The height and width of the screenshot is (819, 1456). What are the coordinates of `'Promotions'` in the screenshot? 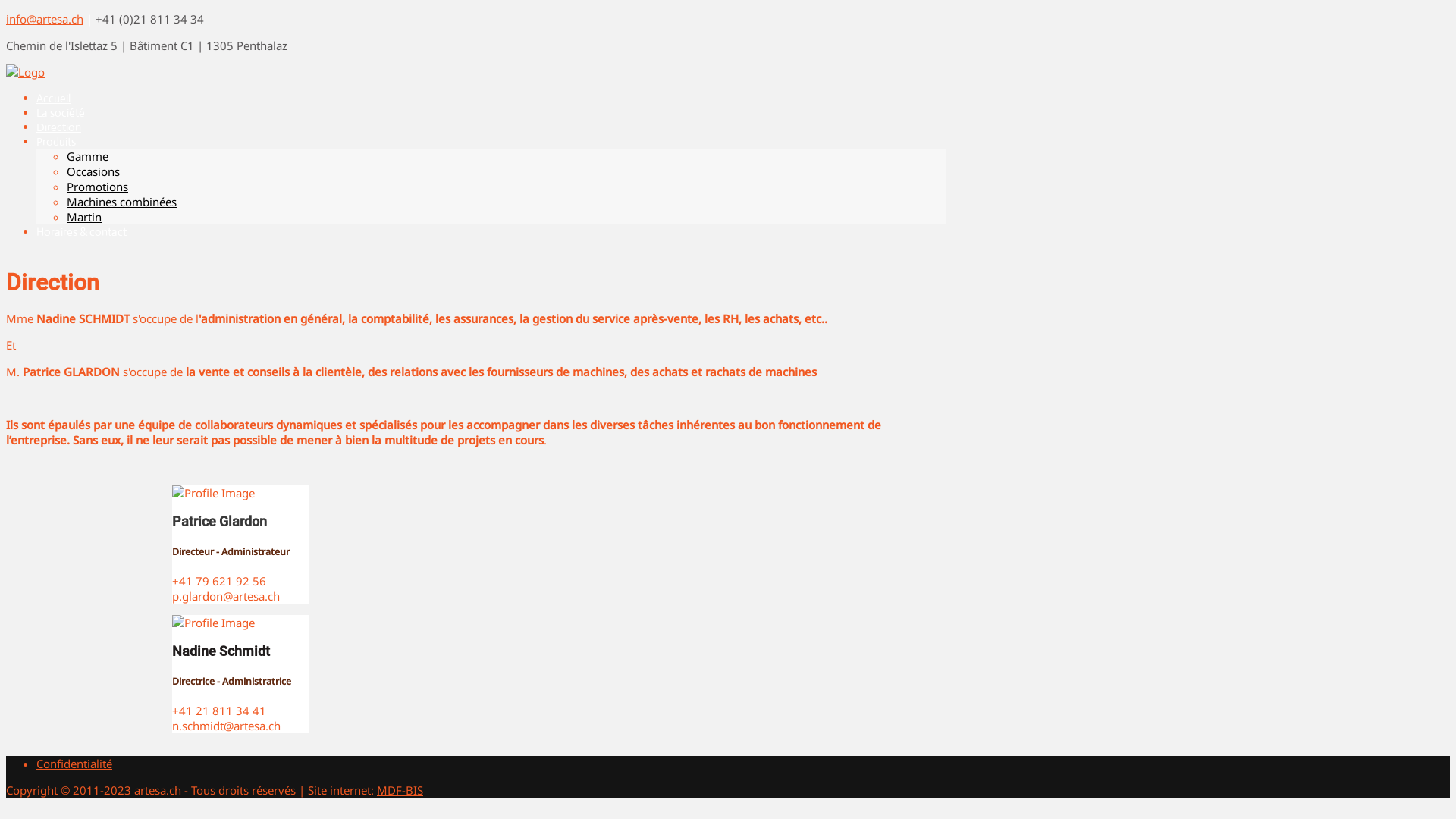 It's located at (96, 186).